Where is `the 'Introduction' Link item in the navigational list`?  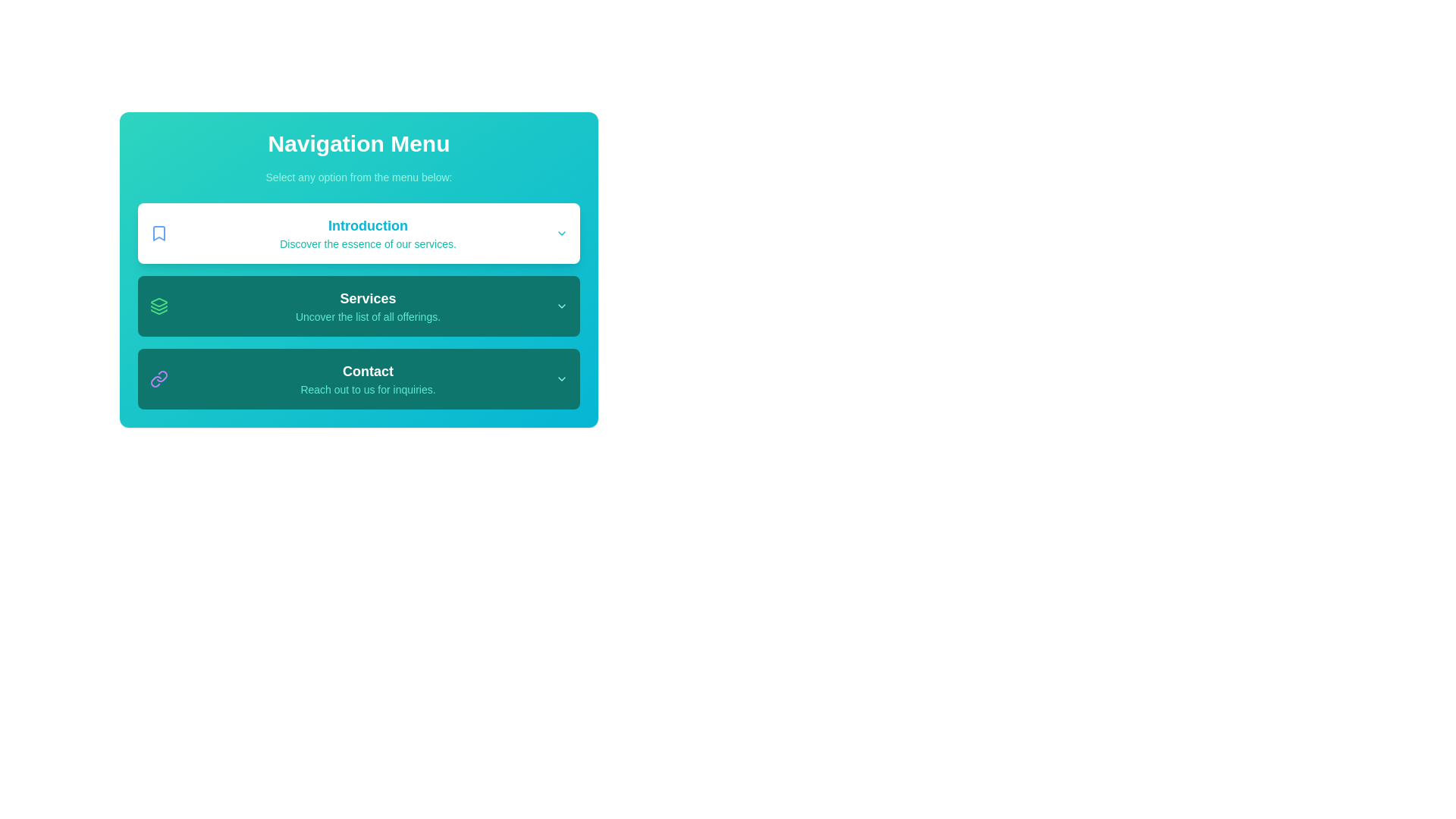
the 'Introduction' Link item in the navigational list is located at coordinates (358, 234).